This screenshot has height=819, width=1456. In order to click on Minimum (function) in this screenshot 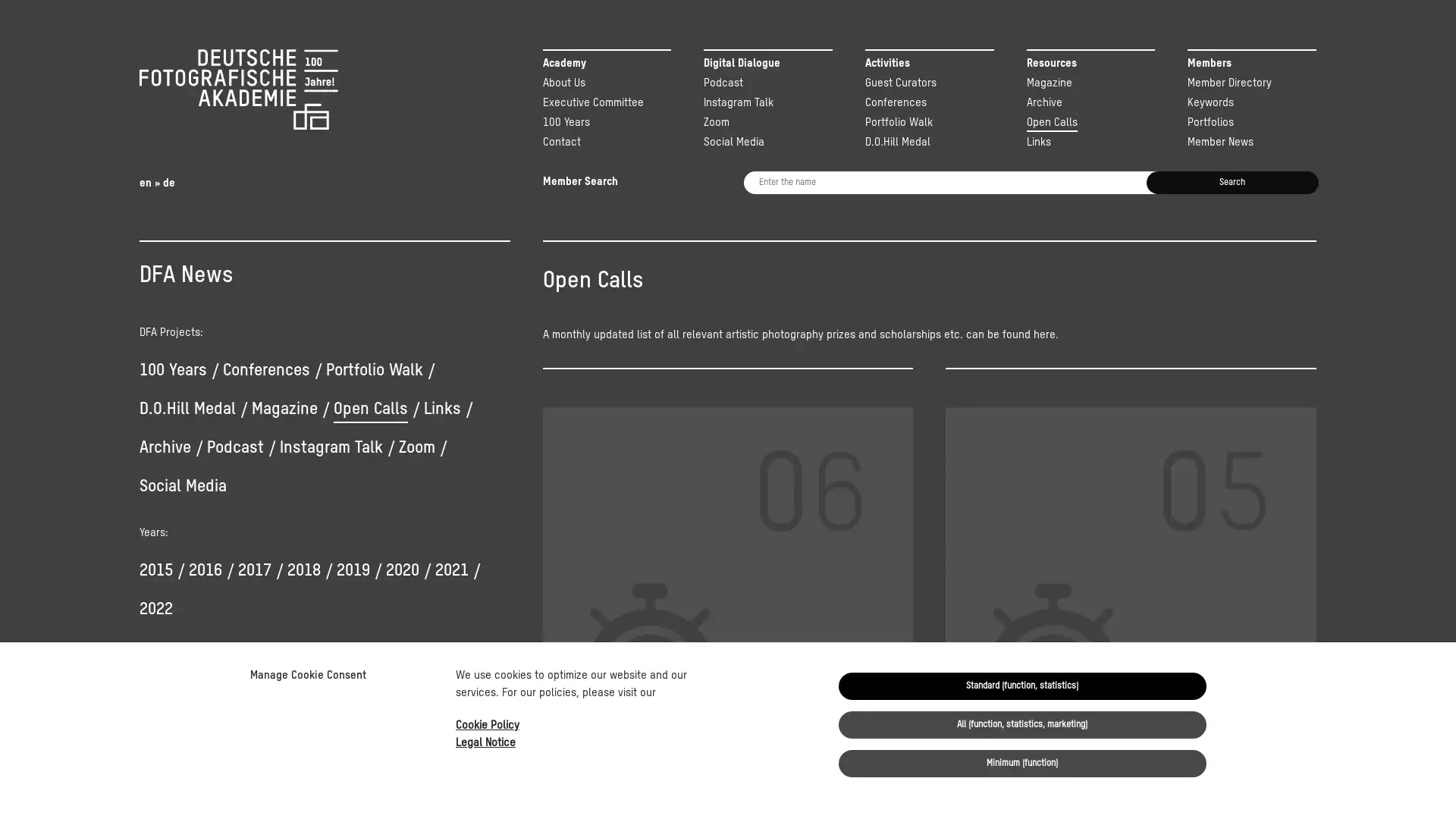, I will do `click(1021, 763)`.